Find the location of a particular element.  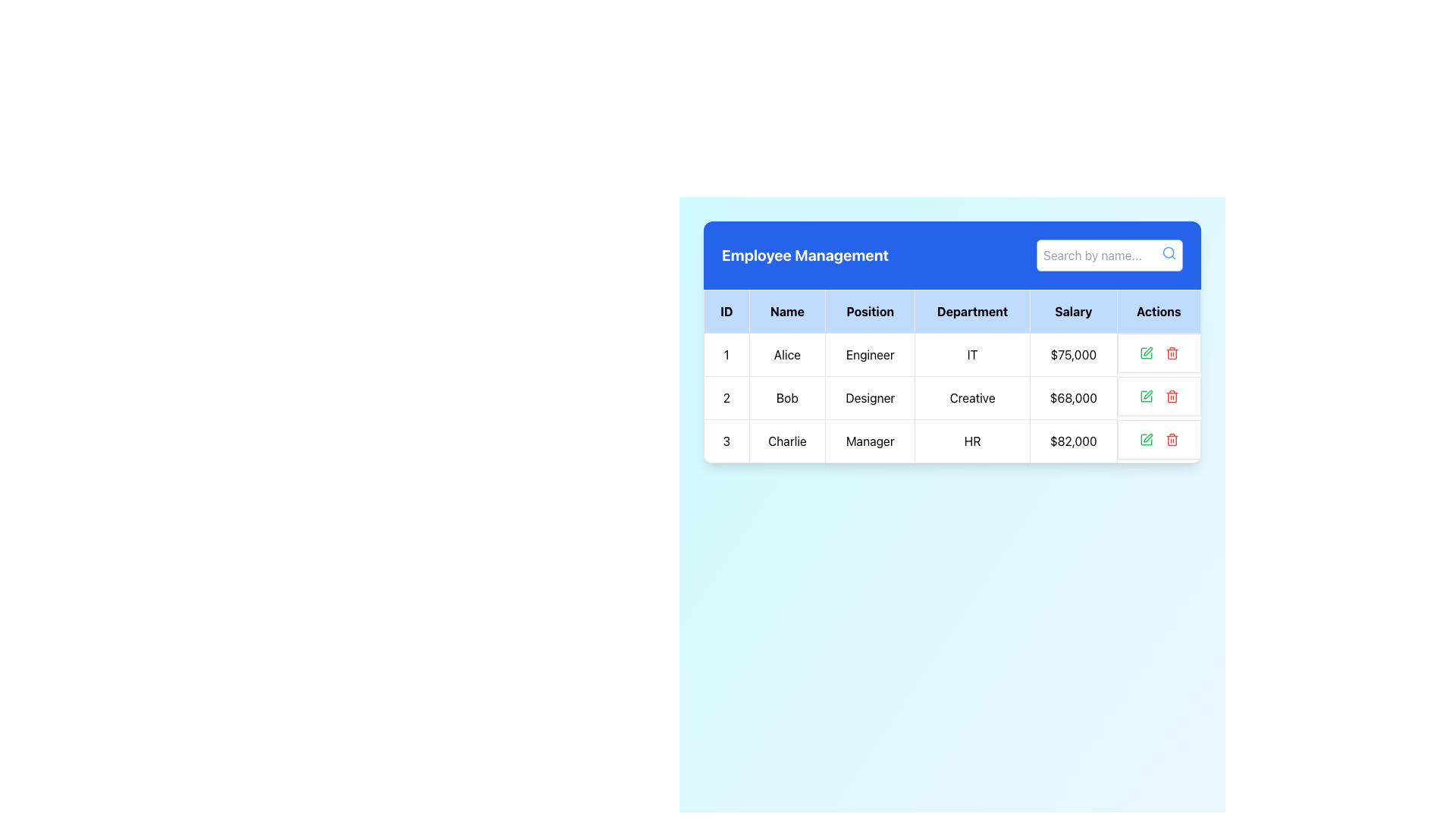

the text label that represents the identification number of the second row in the tabular structure, located in the leftmost position under the 'ID' column is located at coordinates (726, 397).